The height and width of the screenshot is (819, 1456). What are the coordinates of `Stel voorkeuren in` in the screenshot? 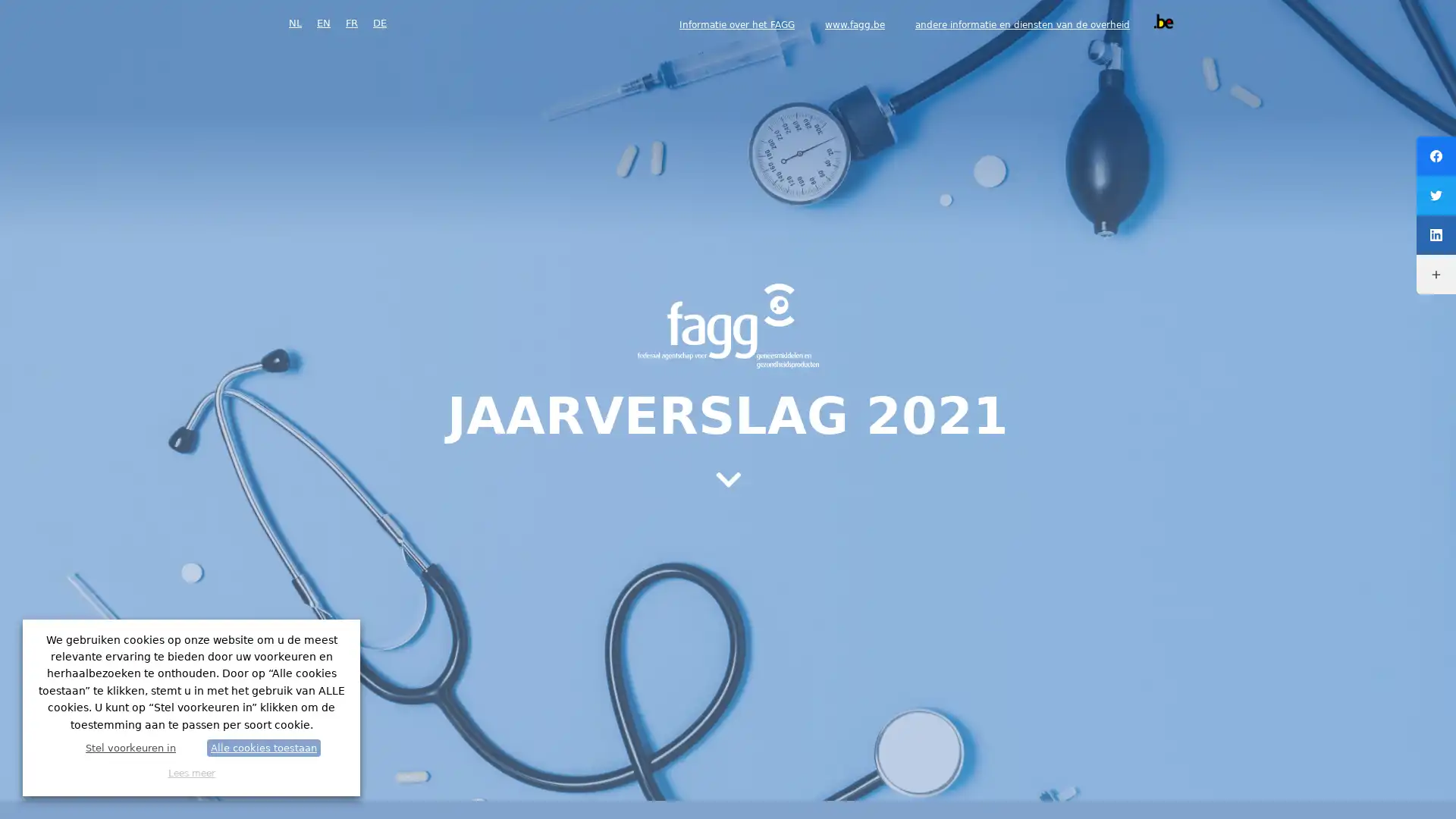 It's located at (130, 747).